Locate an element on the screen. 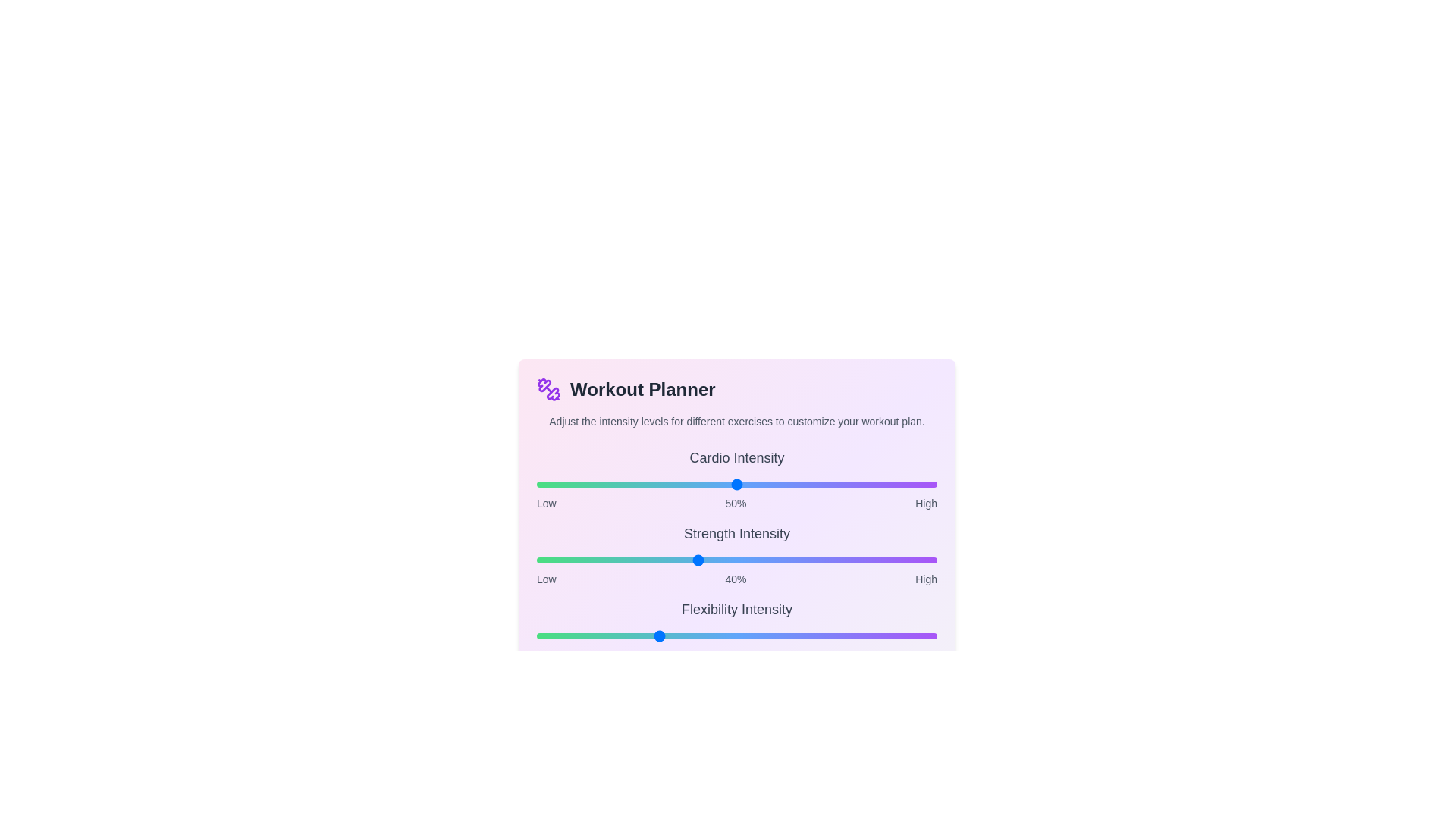 This screenshot has height=819, width=1456. the intensity of the 0 slider to 4% is located at coordinates (552, 485).